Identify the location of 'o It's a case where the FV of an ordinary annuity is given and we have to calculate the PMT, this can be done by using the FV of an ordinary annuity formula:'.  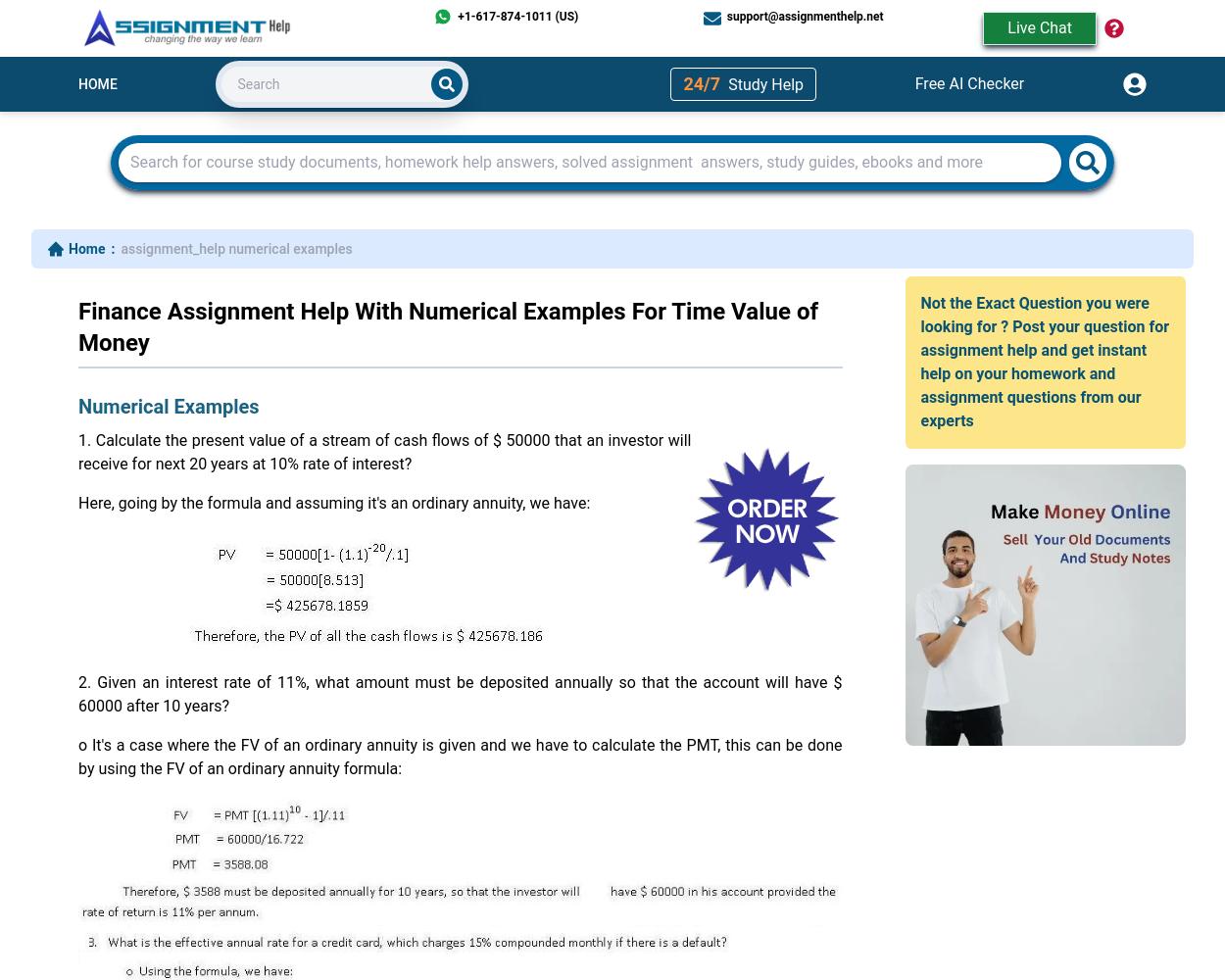
(459, 757).